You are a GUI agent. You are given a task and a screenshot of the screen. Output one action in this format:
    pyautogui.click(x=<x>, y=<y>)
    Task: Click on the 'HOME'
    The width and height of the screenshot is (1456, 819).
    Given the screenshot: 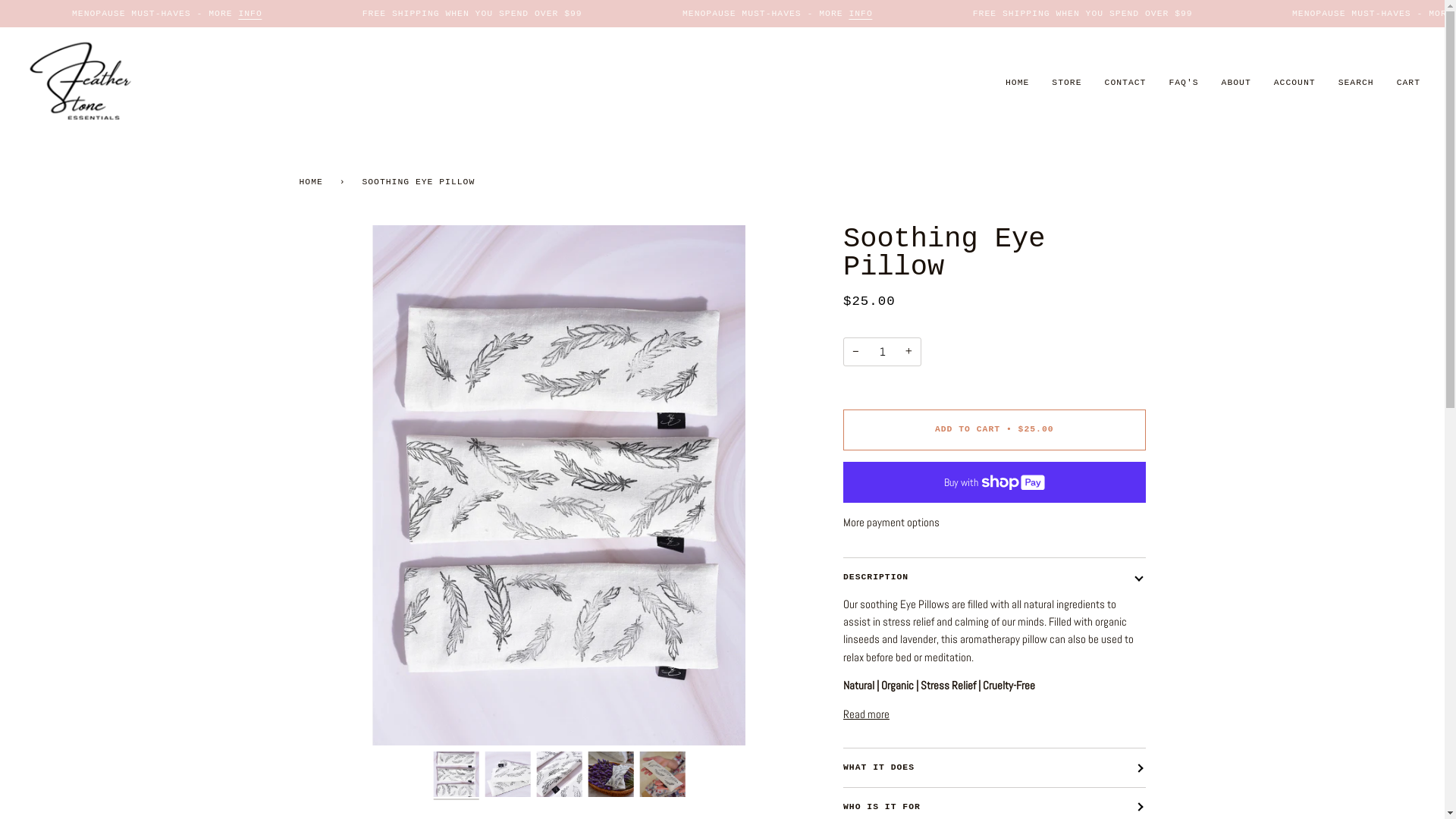 What is the action you would take?
    pyautogui.click(x=1017, y=82)
    